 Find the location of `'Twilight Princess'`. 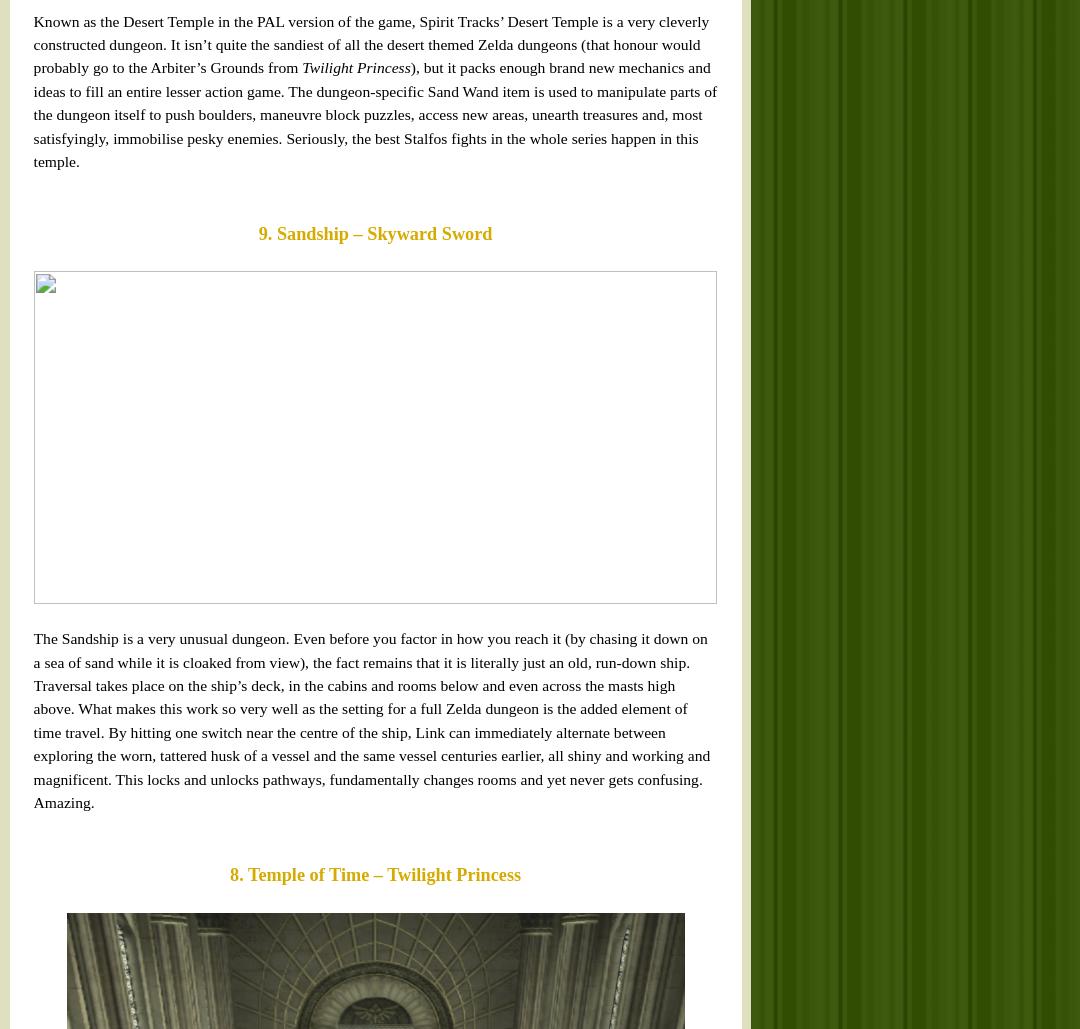

'Twilight Princess' is located at coordinates (72, 252).